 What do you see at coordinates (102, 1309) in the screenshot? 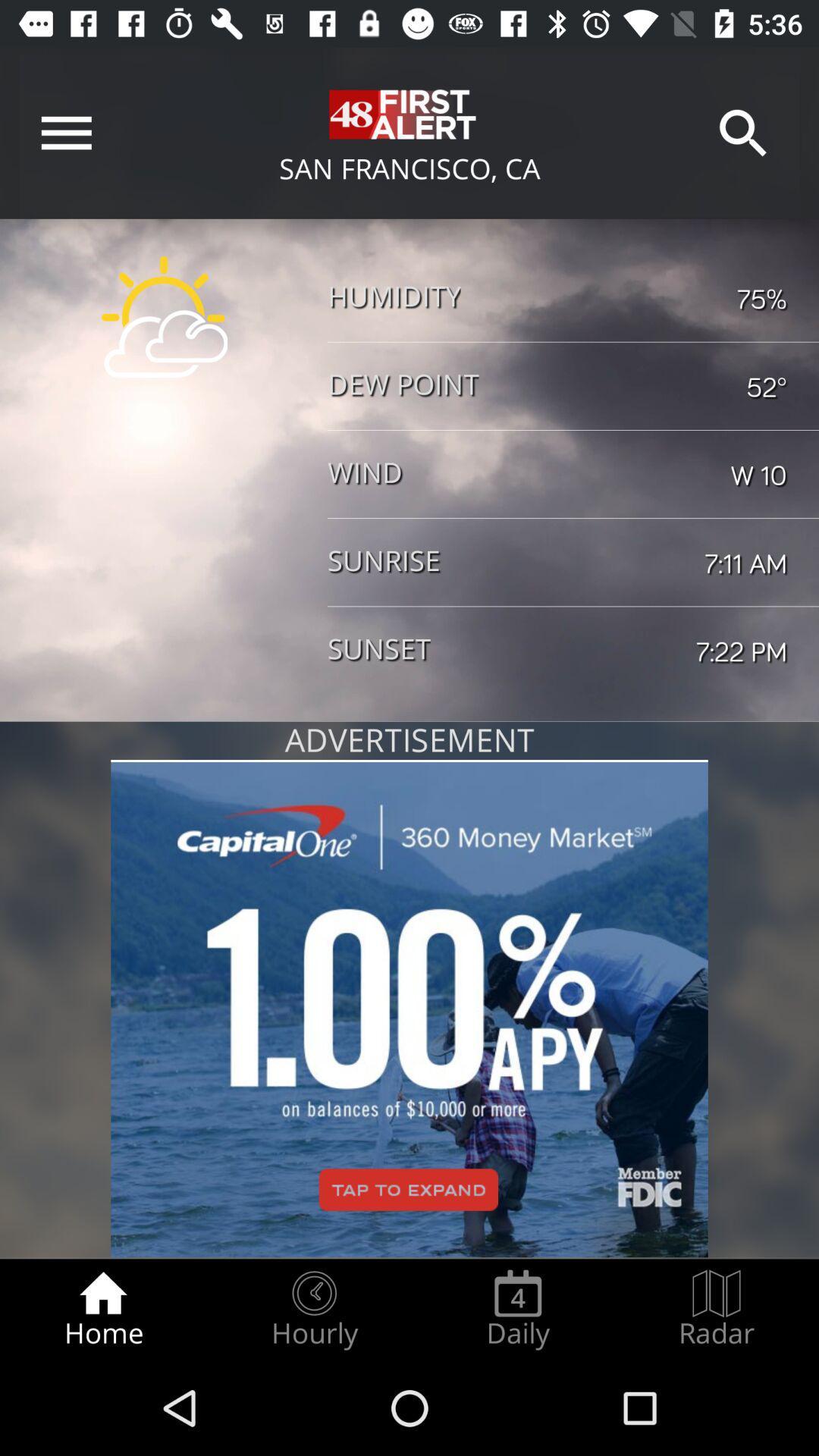
I see `the item at the bottom left corner` at bounding box center [102, 1309].